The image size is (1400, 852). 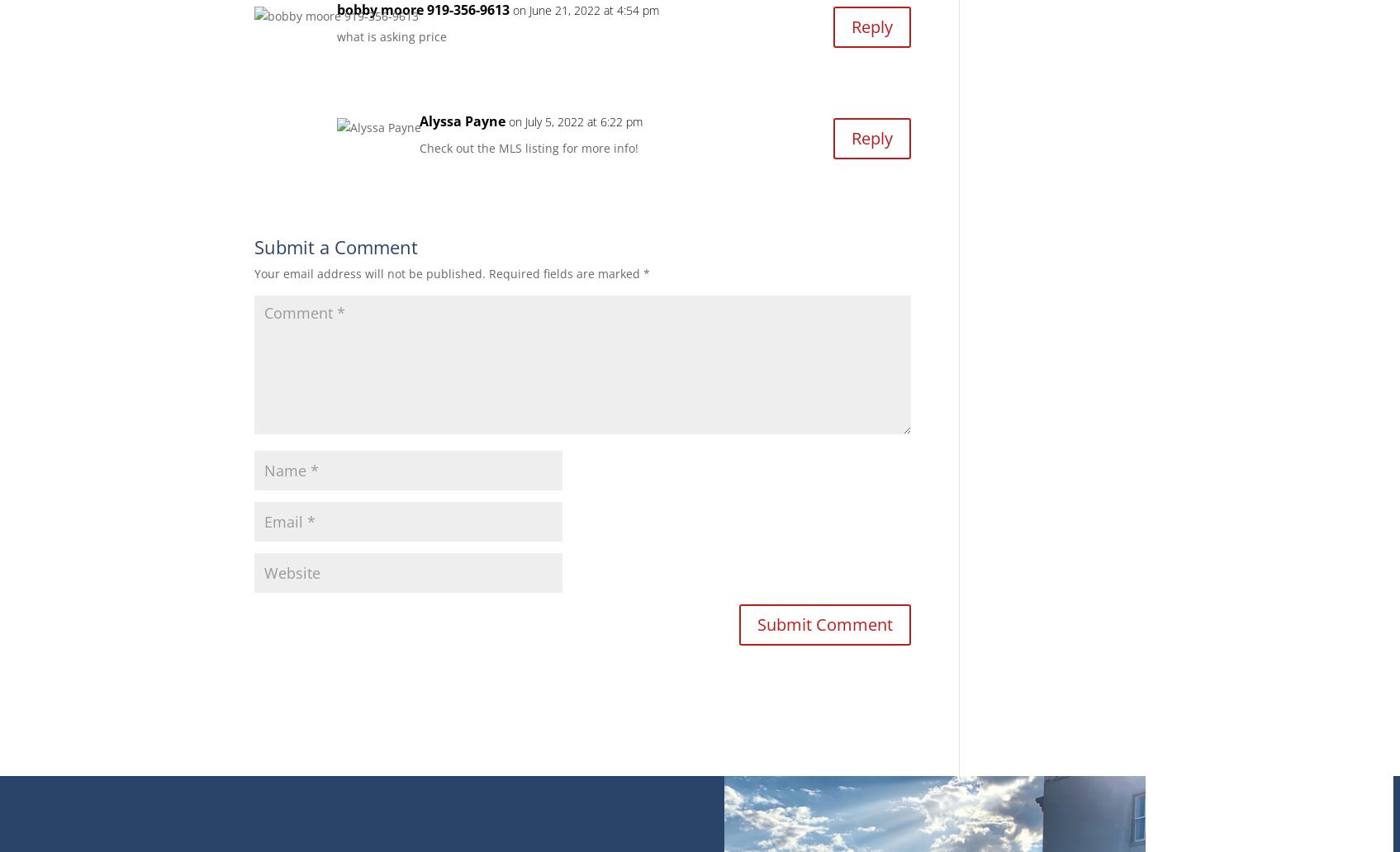 I want to click on 'Submit a Comment', so click(x=253, y=246).